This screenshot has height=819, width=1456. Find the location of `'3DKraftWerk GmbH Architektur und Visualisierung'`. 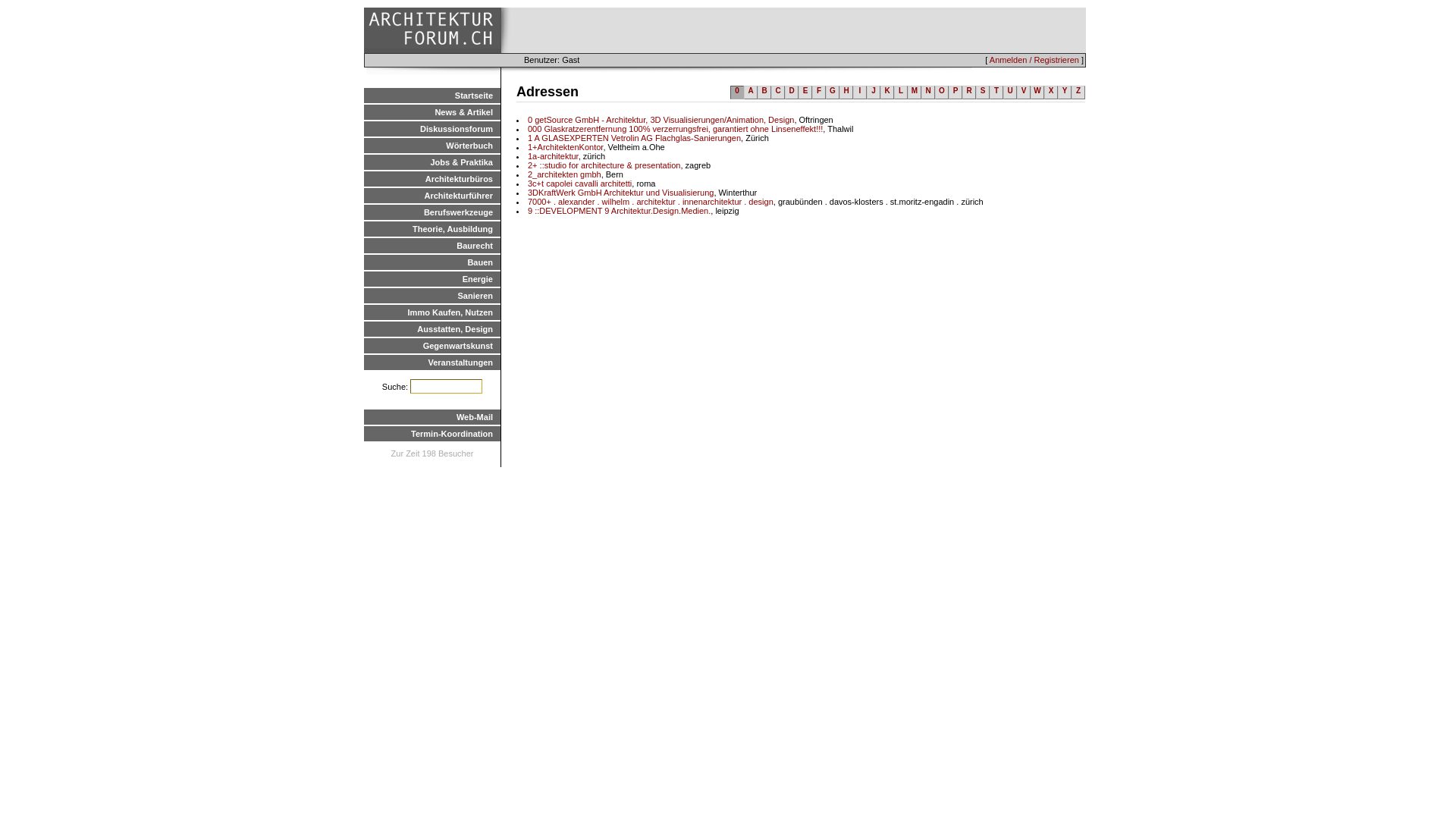

'3DKraftWerk GmbH Architektur und Visualisierung' is located at coordinates (620, 192).